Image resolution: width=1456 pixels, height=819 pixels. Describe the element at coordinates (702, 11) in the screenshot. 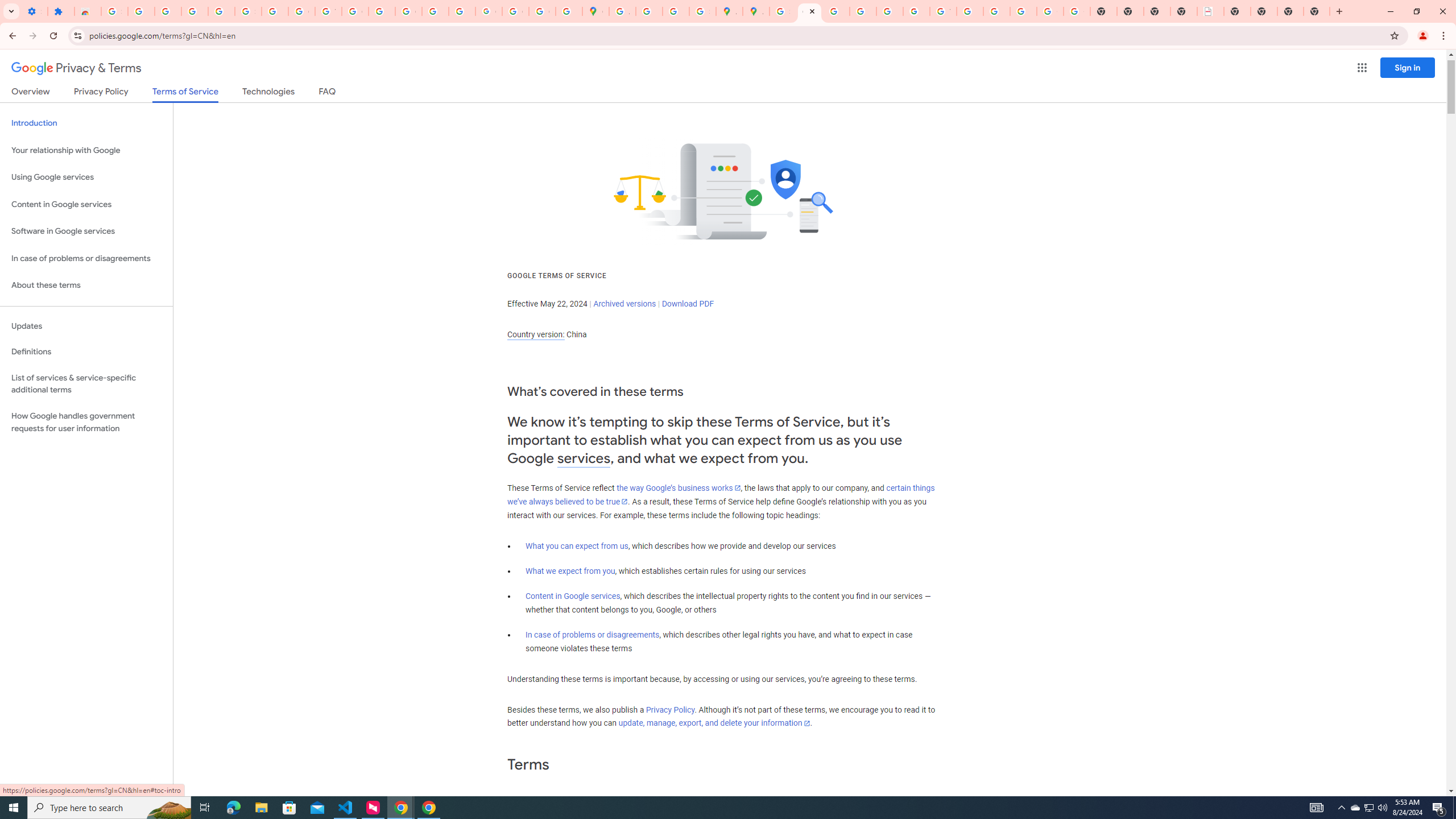

I see `'Safety in Our Products - Google Safety Center'` at that location.